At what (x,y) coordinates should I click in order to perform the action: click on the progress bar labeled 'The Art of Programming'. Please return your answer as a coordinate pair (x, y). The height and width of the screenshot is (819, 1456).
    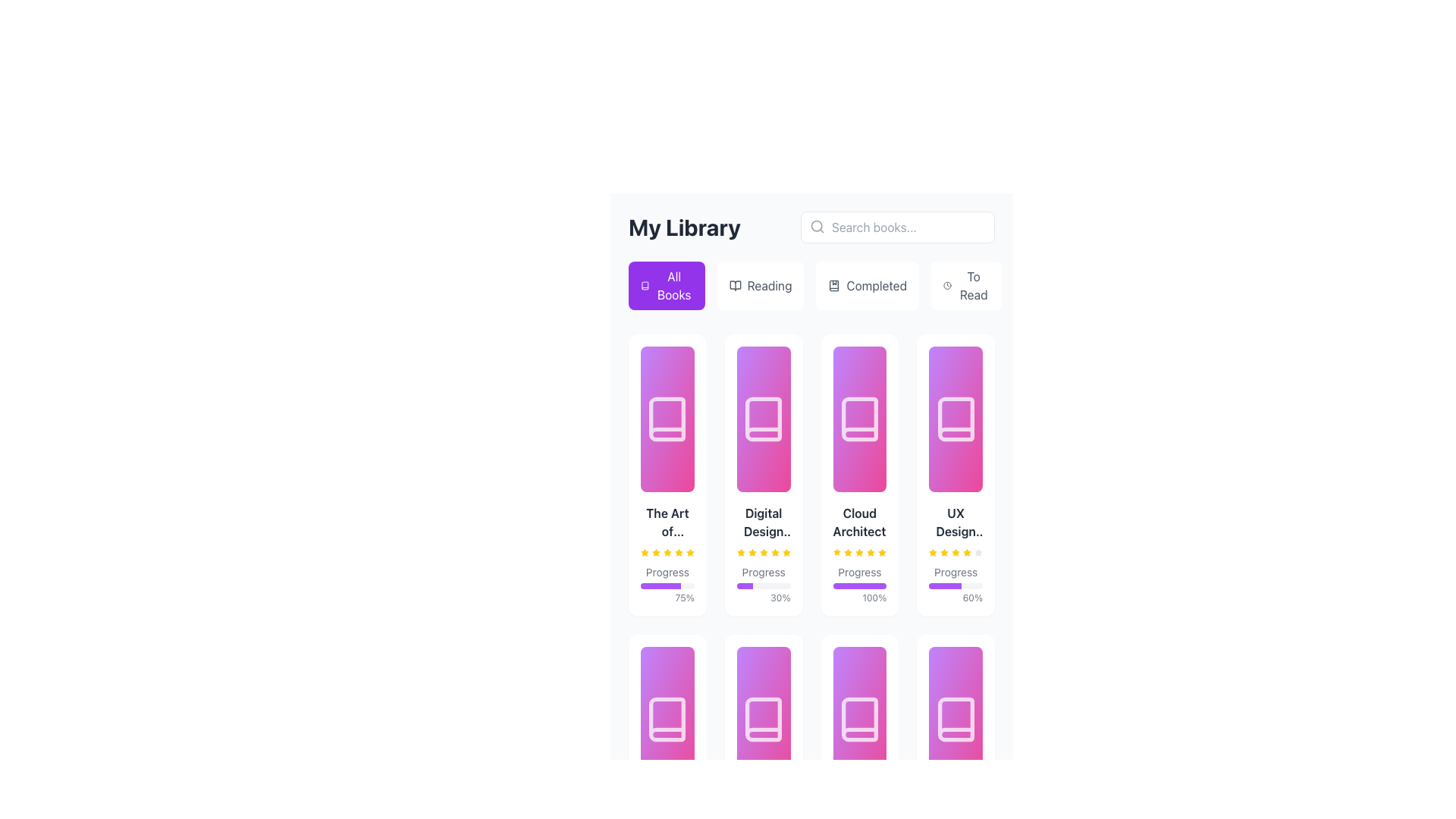
    Looking at the image, I should click on (667, 554).